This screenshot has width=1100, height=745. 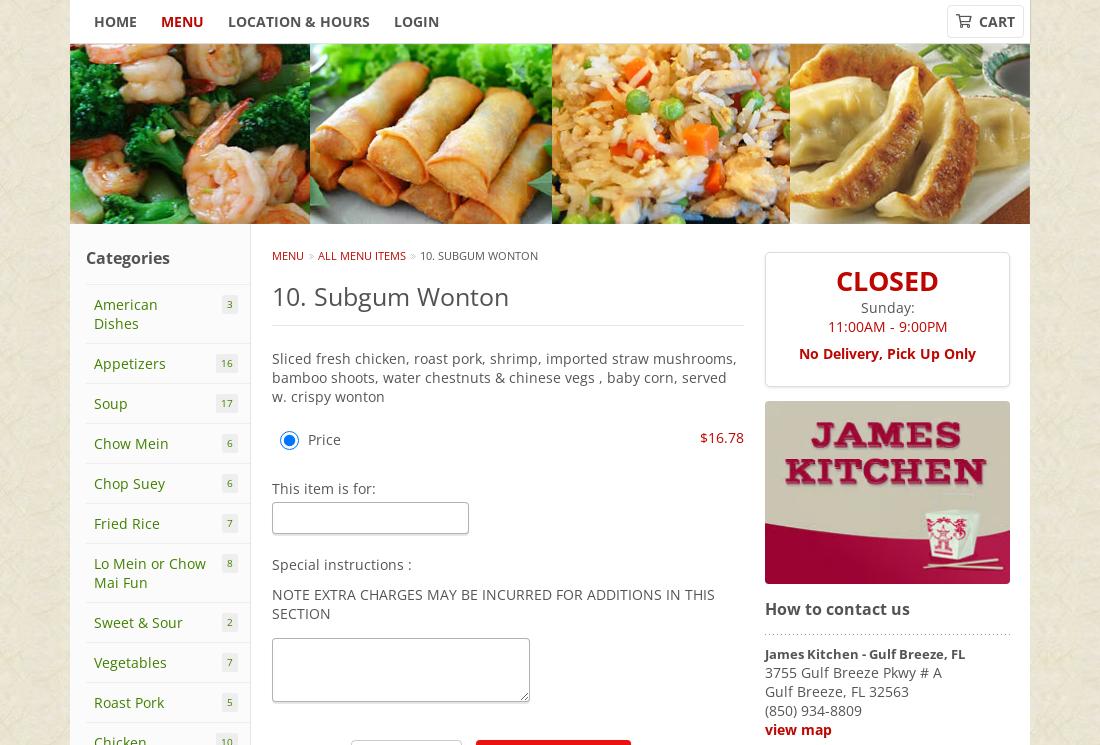 What do you see at coordinates (130, 661) in the screenshot?
I see `'Vegetables'` at bounding box center [130, 661].